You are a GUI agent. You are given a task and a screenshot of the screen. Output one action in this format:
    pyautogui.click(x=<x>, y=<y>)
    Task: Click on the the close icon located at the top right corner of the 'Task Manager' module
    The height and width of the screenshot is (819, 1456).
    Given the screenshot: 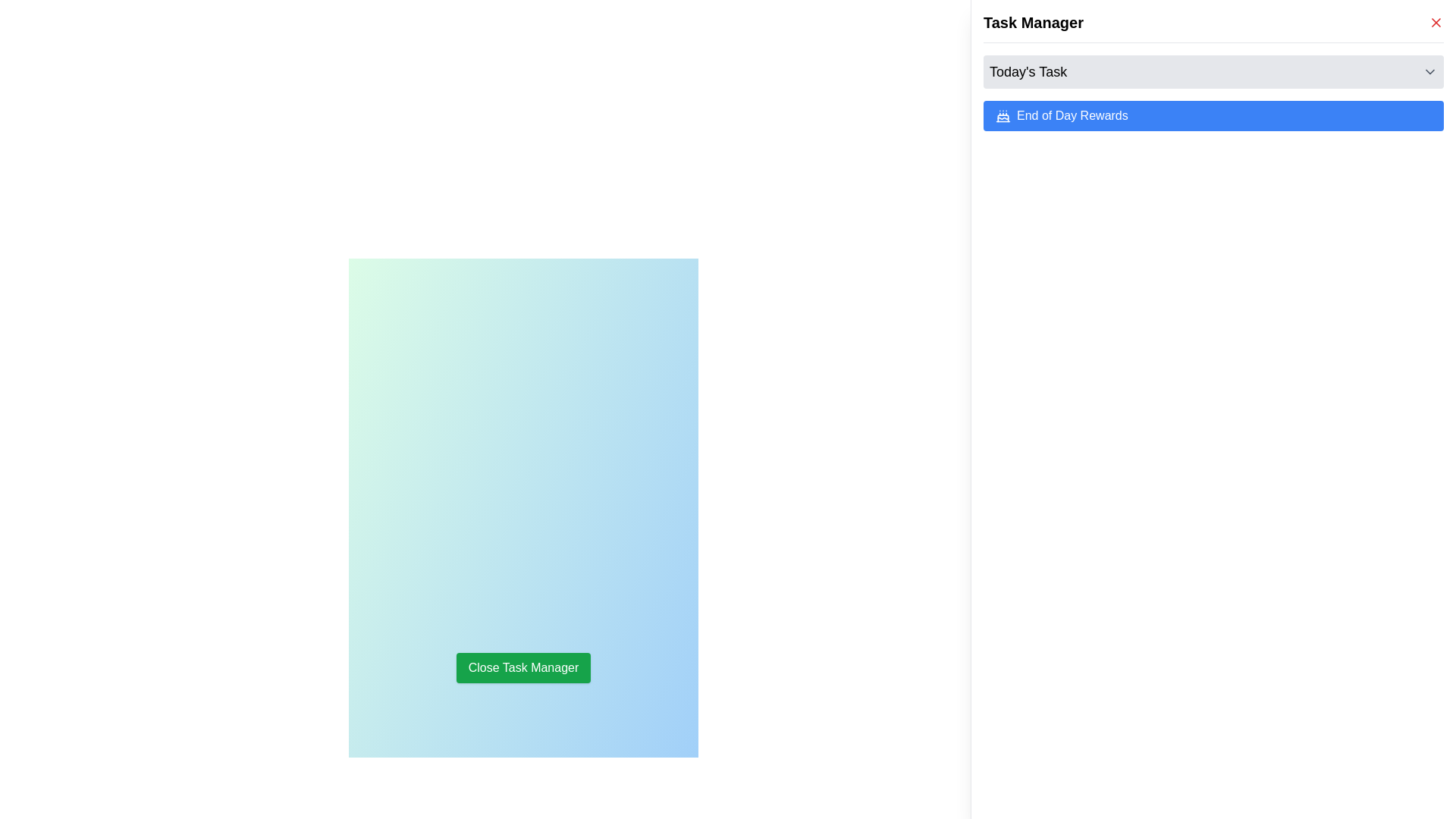 What is the action you would take?
    pyautogui.click(x=1436, y=23)
    